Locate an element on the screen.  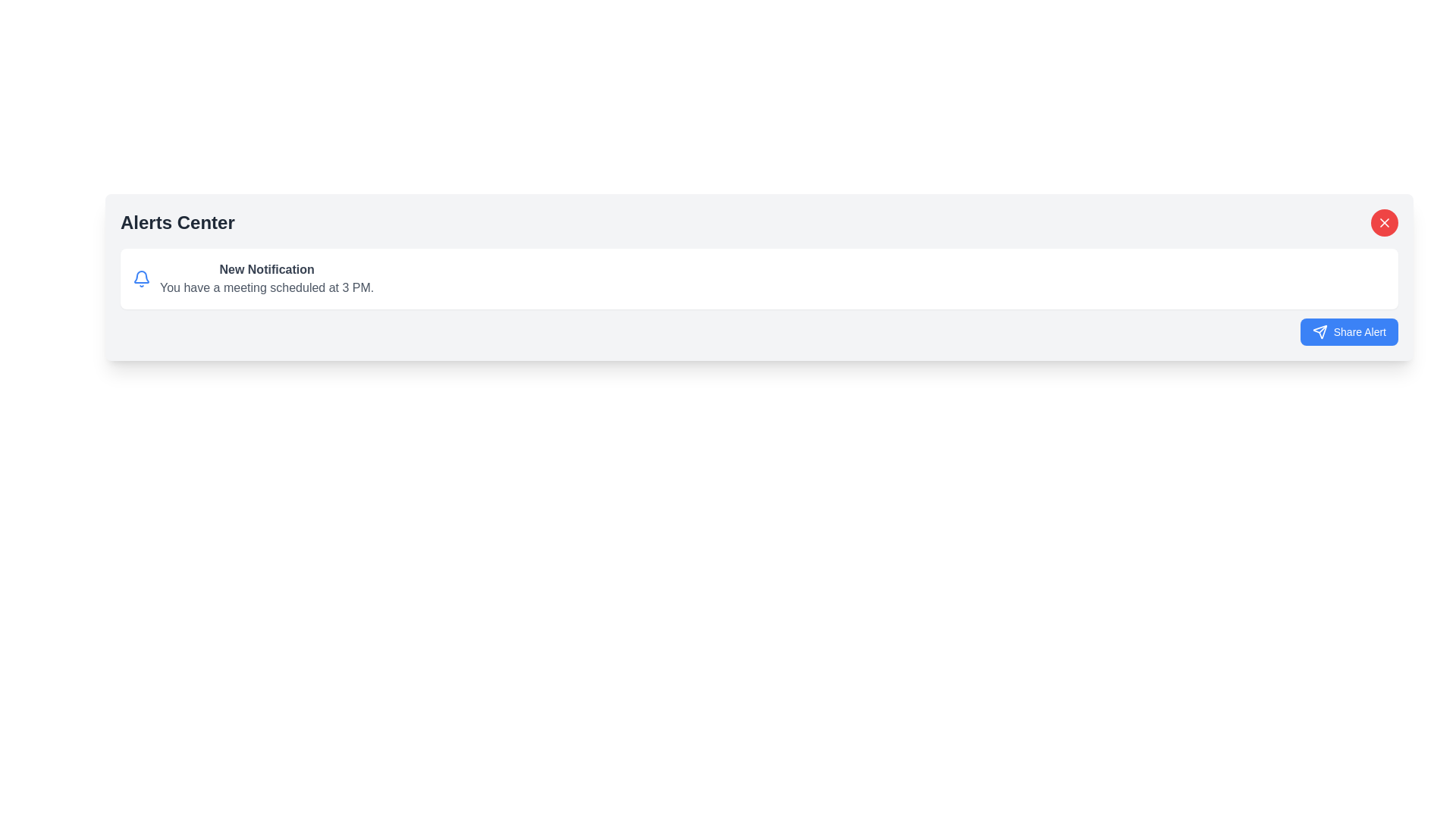
the 'New Notification' text display component located in the 'Alerts Center' area, which shows a bolded title and a descriptive text, to check for interactive functionality is located at coordinates (267, 278).